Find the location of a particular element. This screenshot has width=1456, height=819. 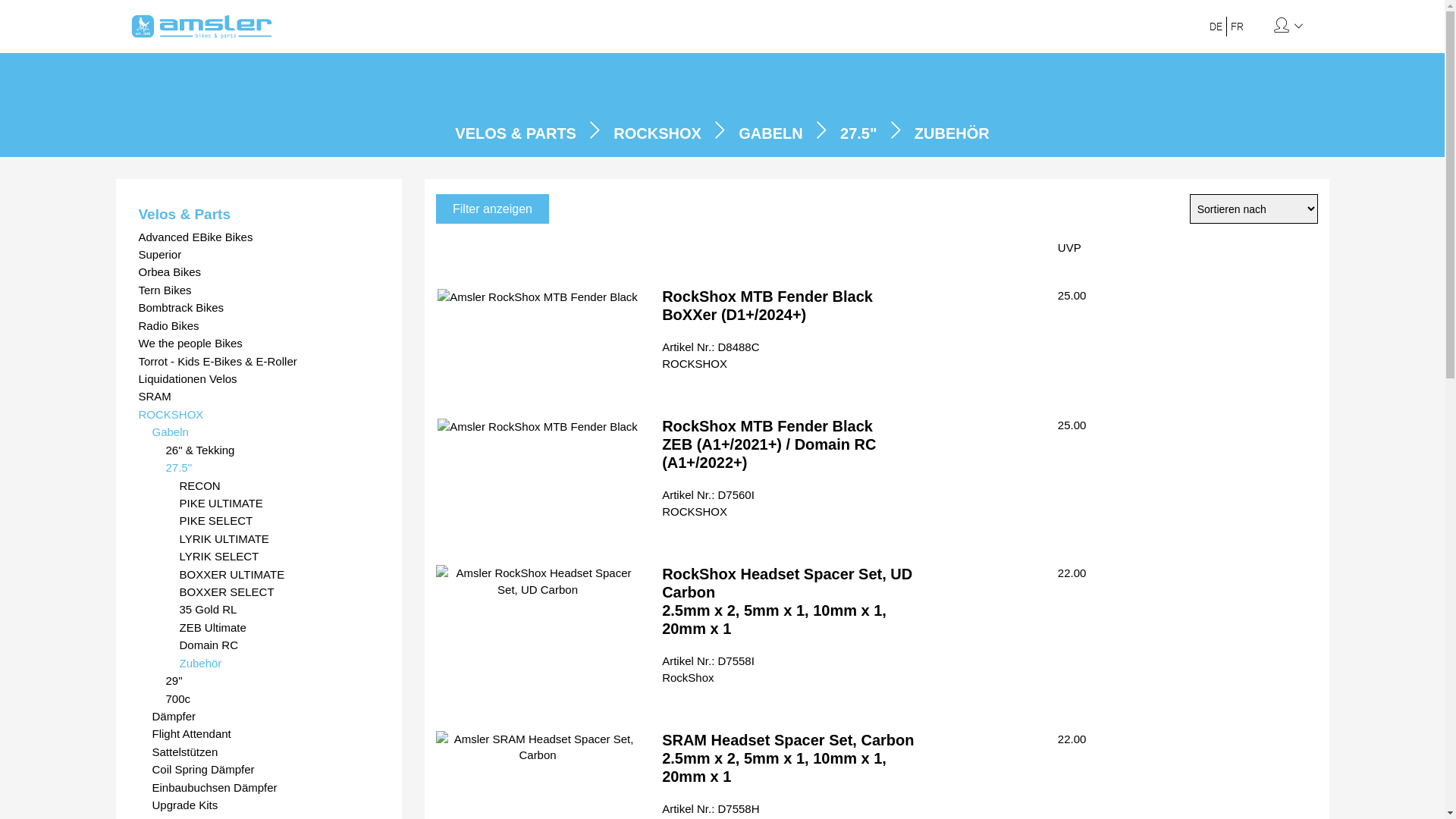

'RockShox MTB Fender Black' is located at coordinates (538, 426).